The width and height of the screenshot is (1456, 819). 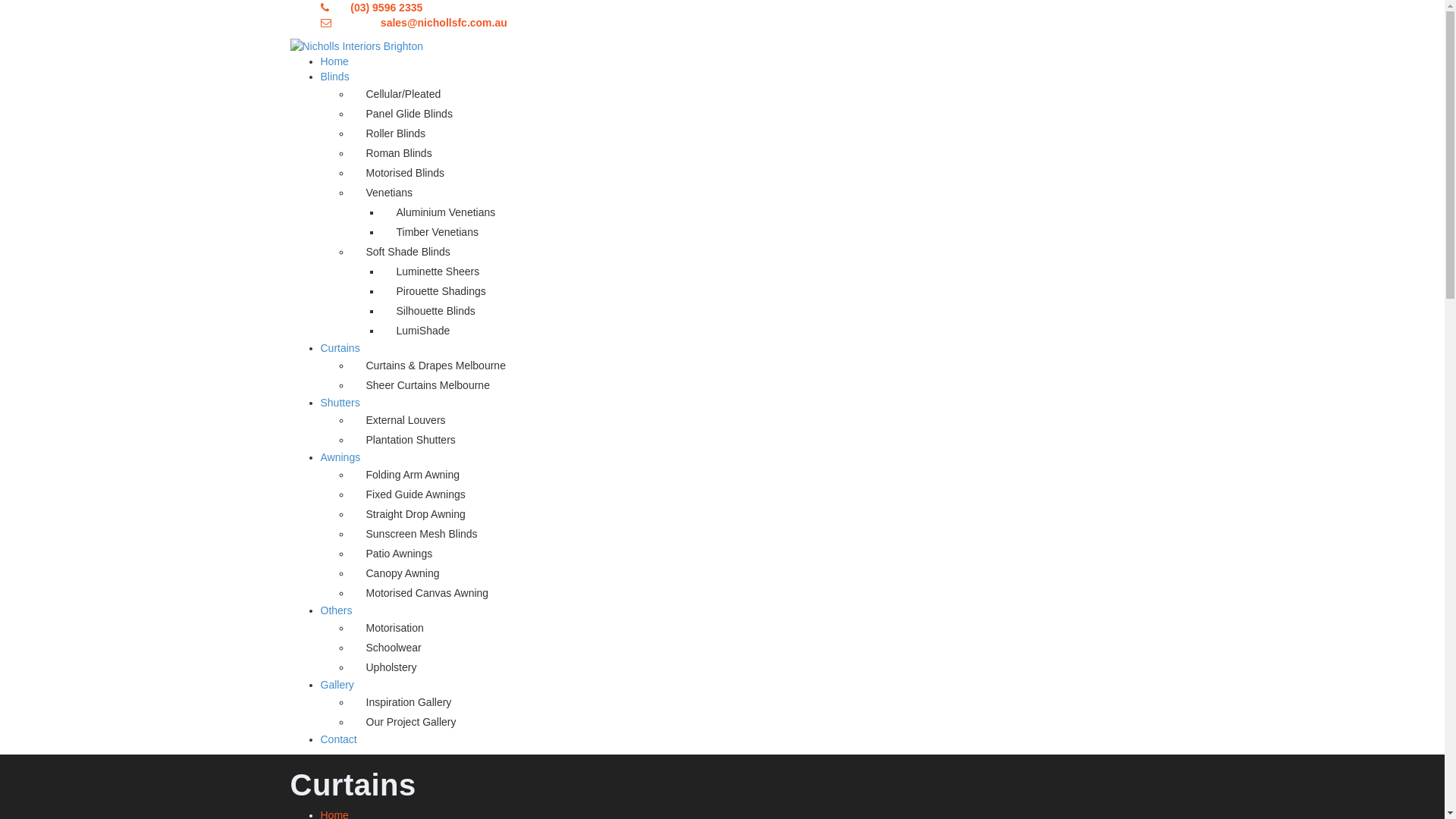 What do you see at coordinates (334, 610) in the screenshot?
I see `'Others'` at bounding box center [334, 610].